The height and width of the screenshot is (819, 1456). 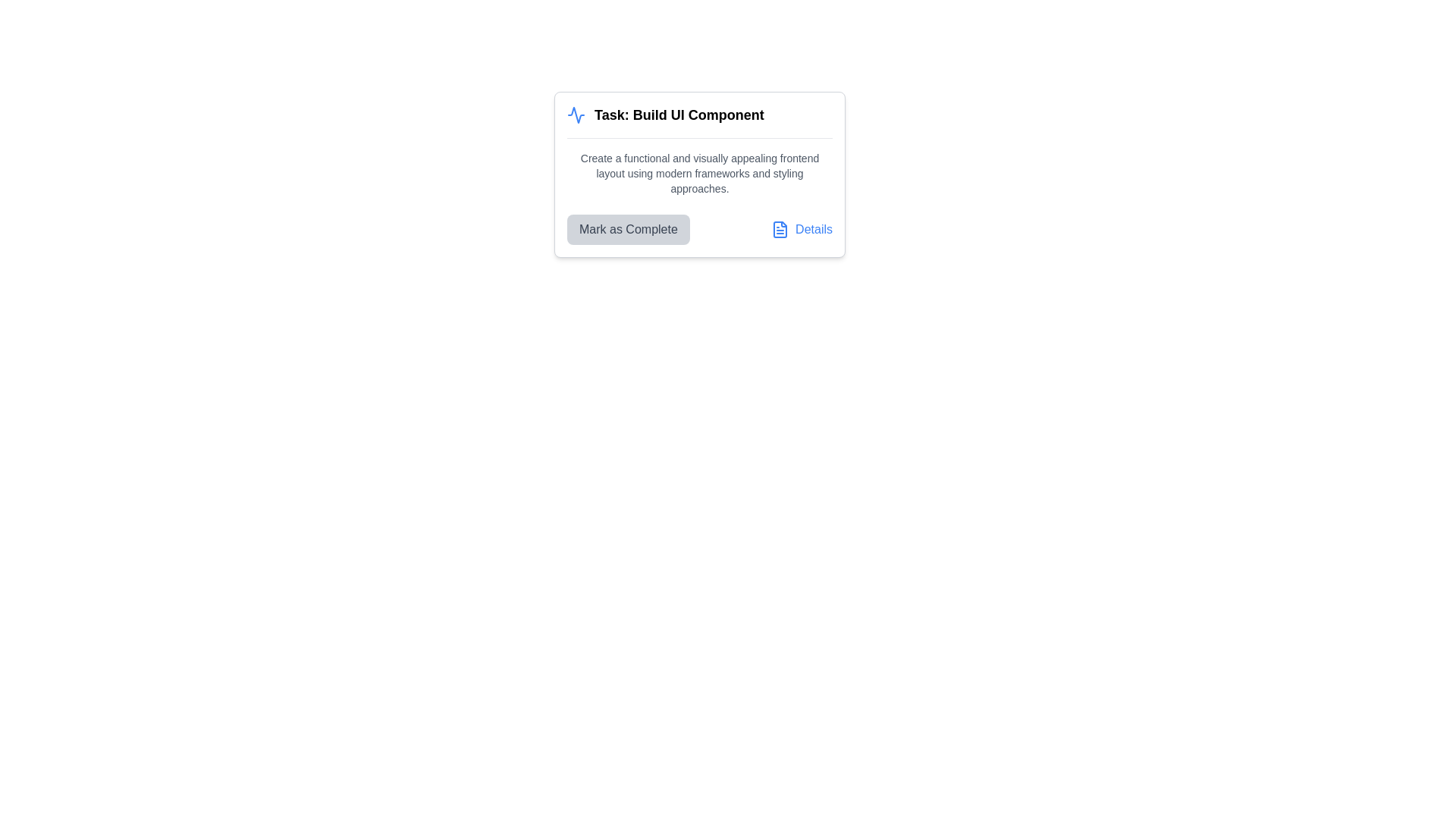 What do you see at coordinates (575, 114) in the screenshot?
I see `the SVG icon located at the top-left of the task block, adjacent to the task title 'Task: Build UI Component'` at bounding box center [575, 114].